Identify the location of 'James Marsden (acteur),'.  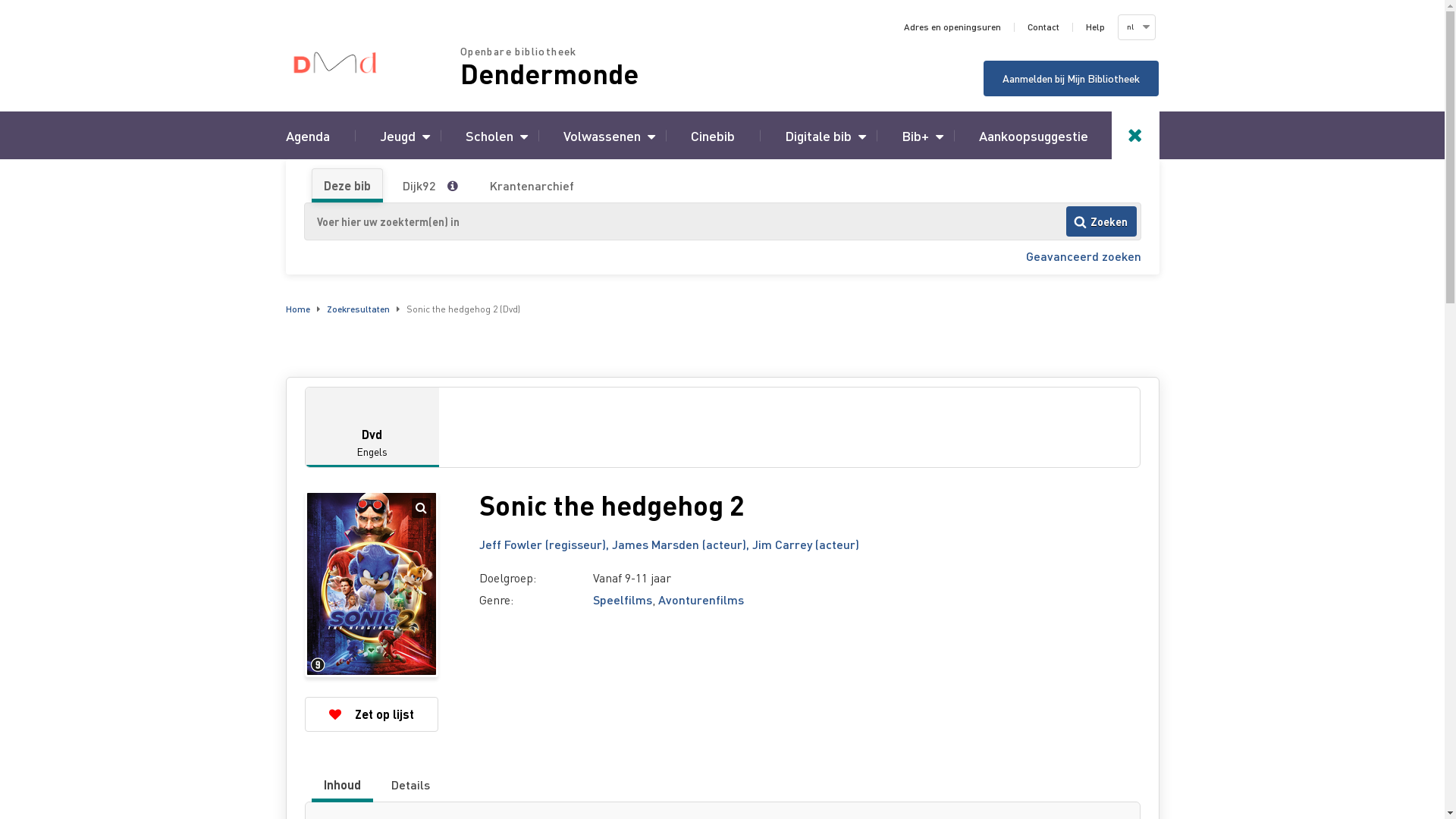
(680, 543).